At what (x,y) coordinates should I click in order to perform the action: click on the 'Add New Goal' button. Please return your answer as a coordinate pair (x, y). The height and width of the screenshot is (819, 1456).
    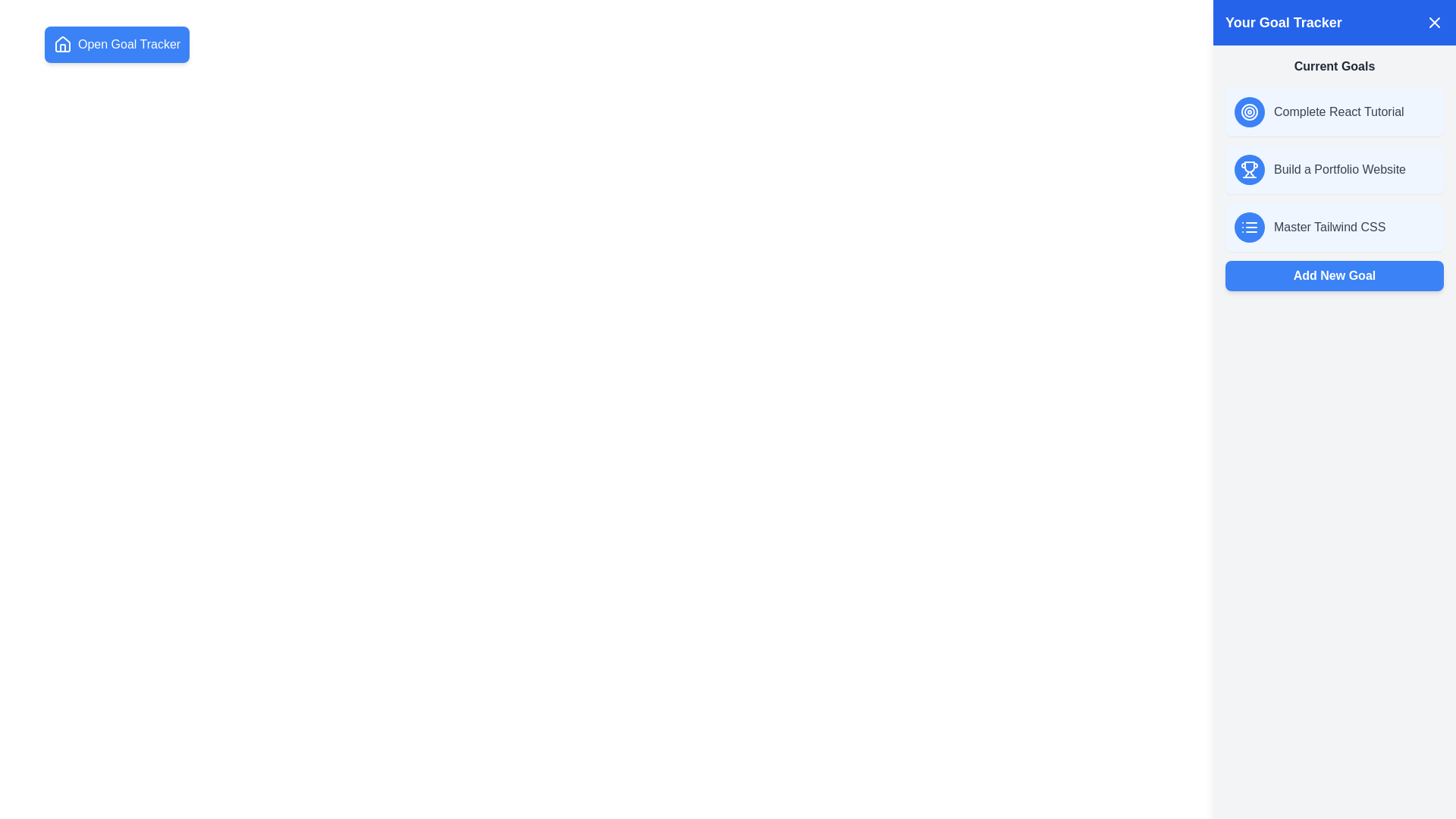
    Looking at the image, I should click on (1335, 275).